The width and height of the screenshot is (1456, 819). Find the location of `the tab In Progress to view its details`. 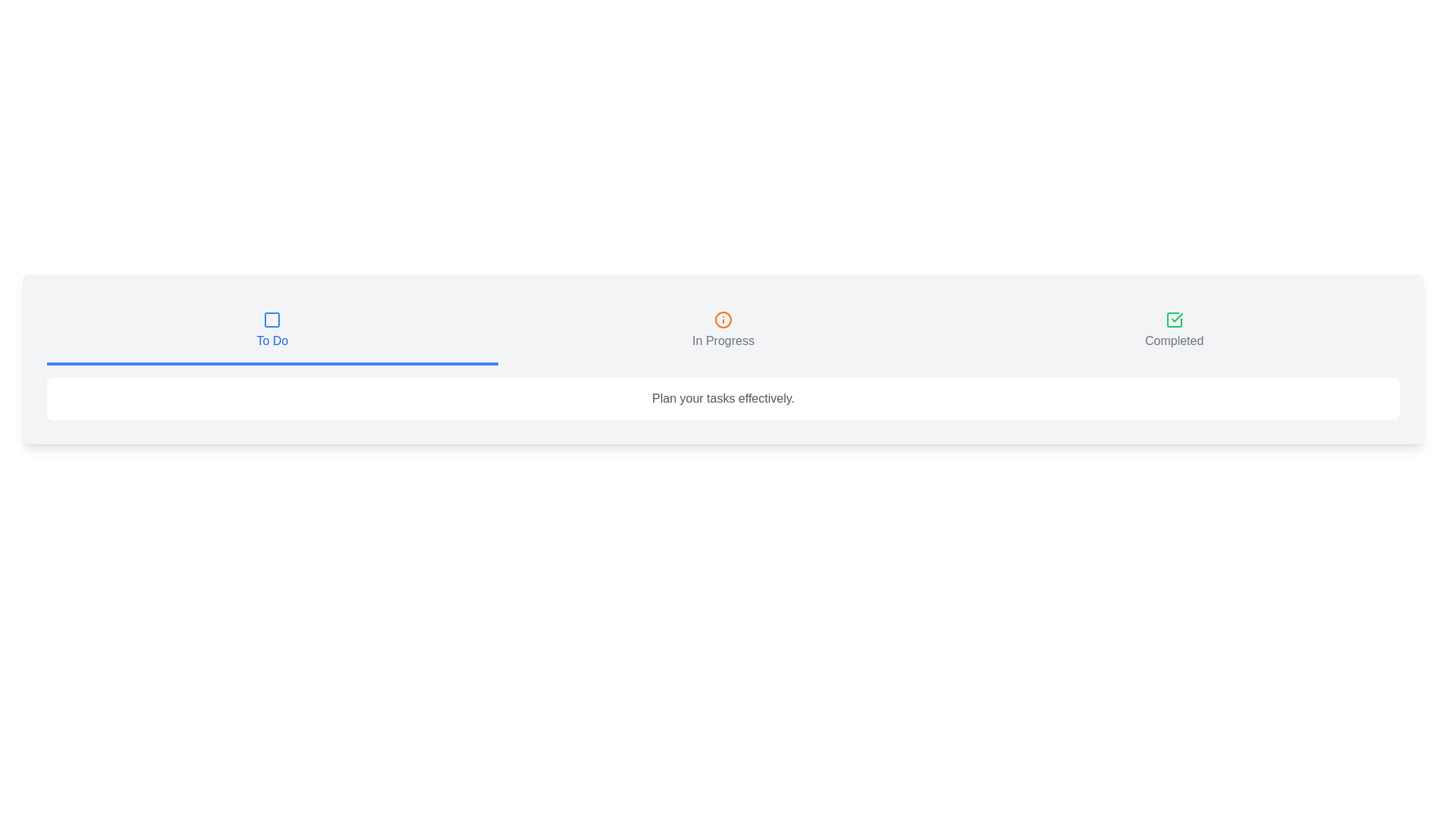

the tab In Progress to view its details is located at coordinates (723, 331).